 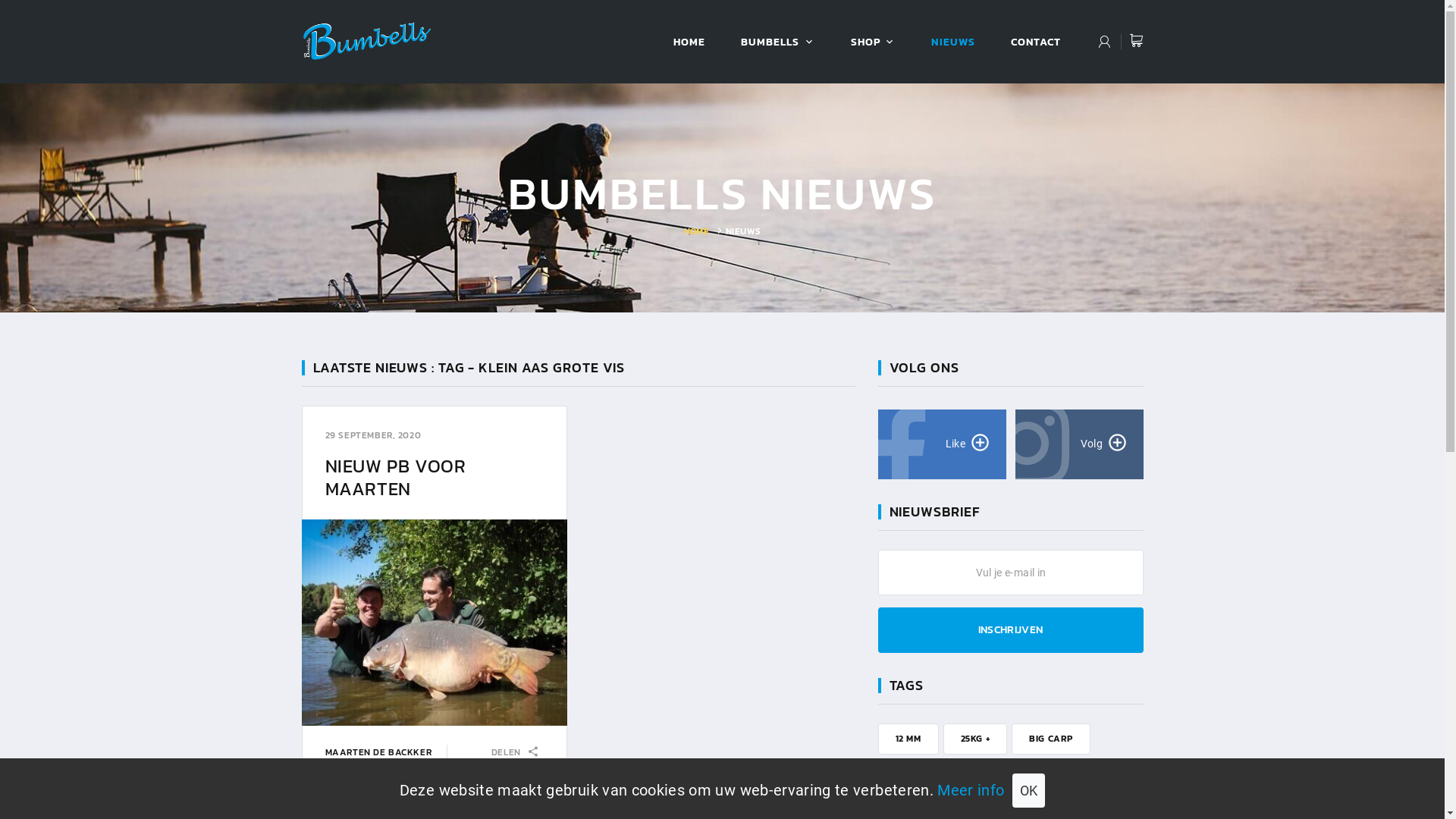 I want to click on 'Login', so click(x=1104, y=42).